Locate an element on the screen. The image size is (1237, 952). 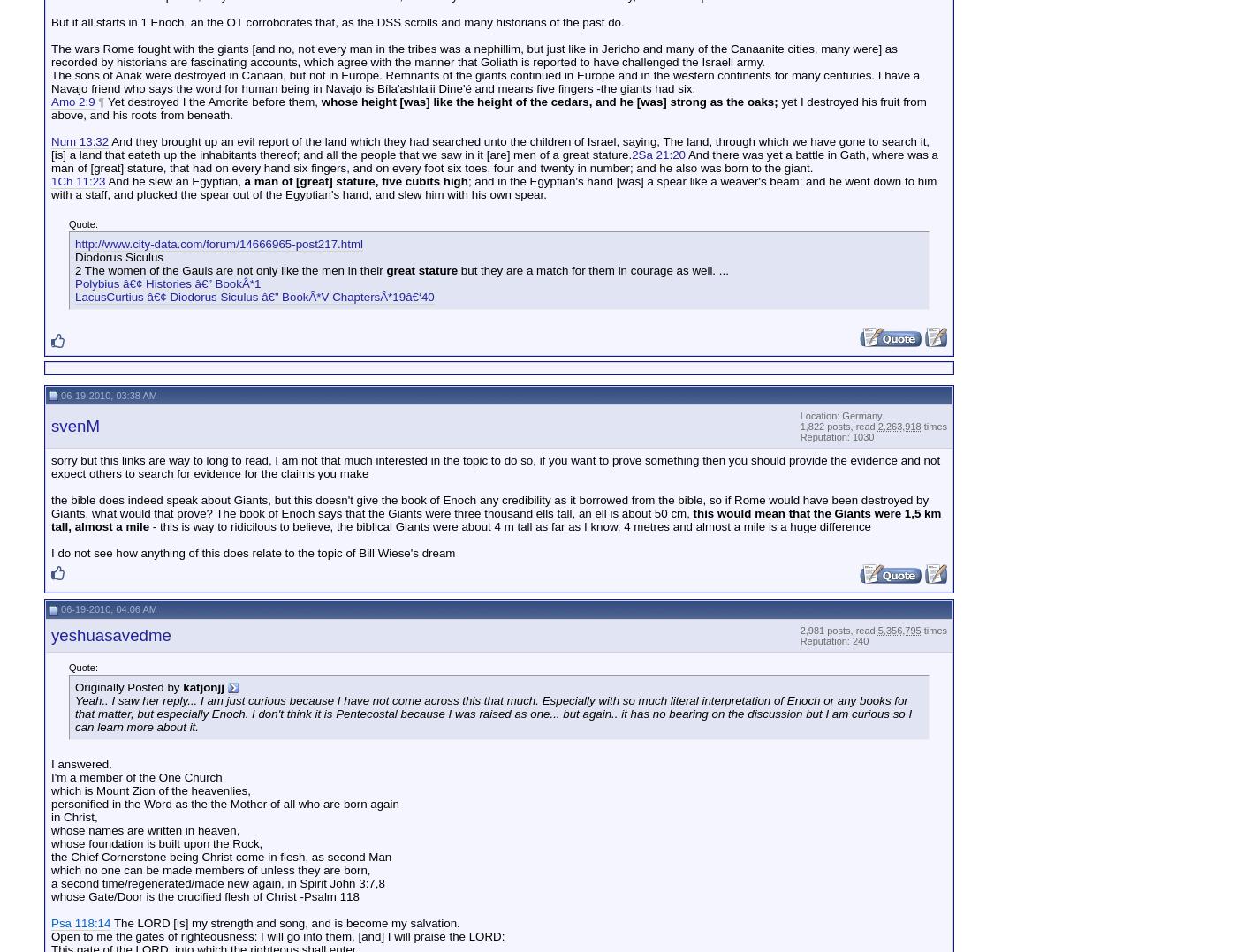
'which is Mount Zion of the heavenlies,' is located at coordinates (150, 790).